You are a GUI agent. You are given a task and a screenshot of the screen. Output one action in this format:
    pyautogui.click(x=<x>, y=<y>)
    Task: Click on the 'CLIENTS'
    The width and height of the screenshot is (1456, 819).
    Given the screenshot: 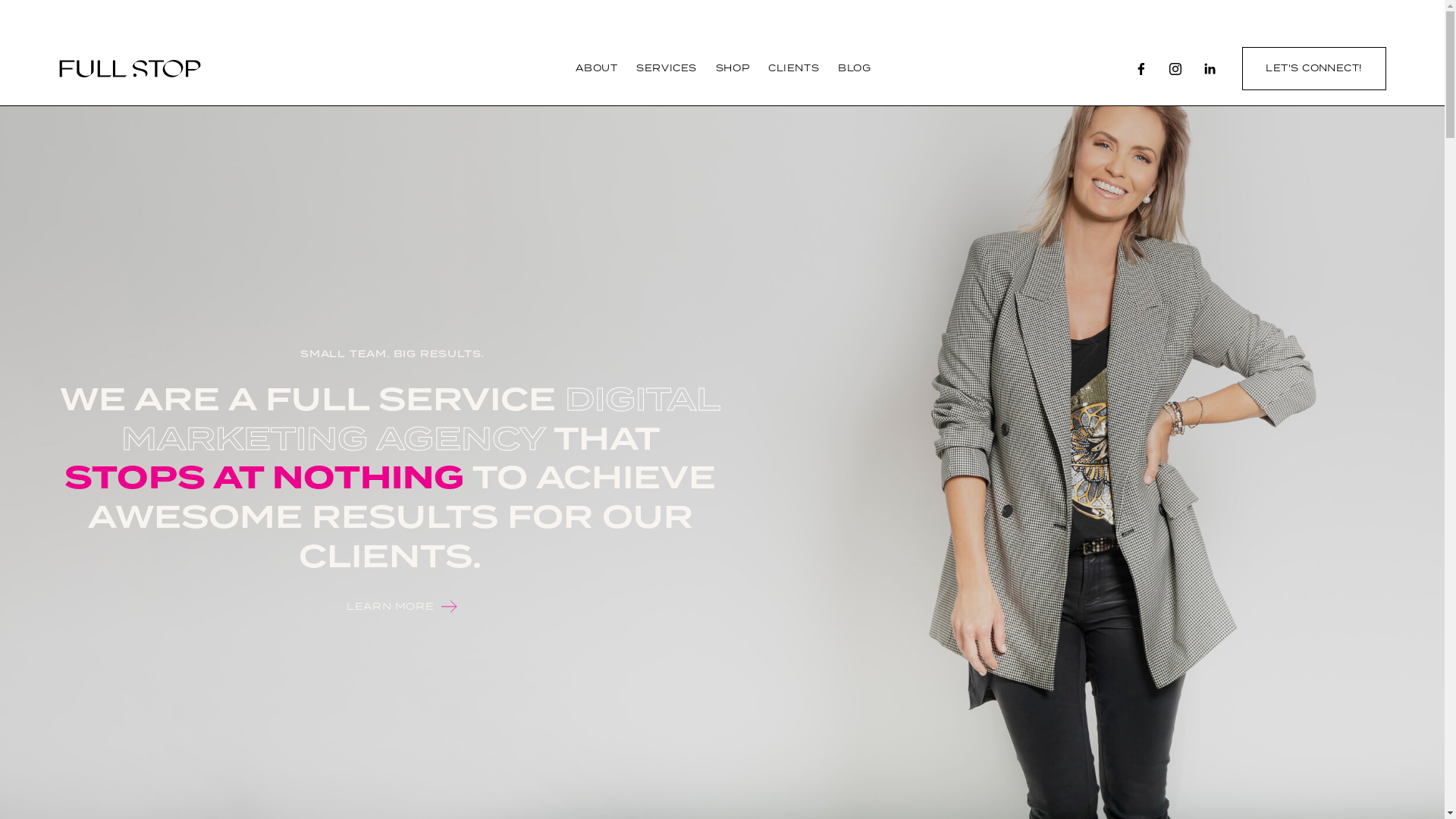 What is the action you would take?
    pyautogui.click(x=792, y=69)
    